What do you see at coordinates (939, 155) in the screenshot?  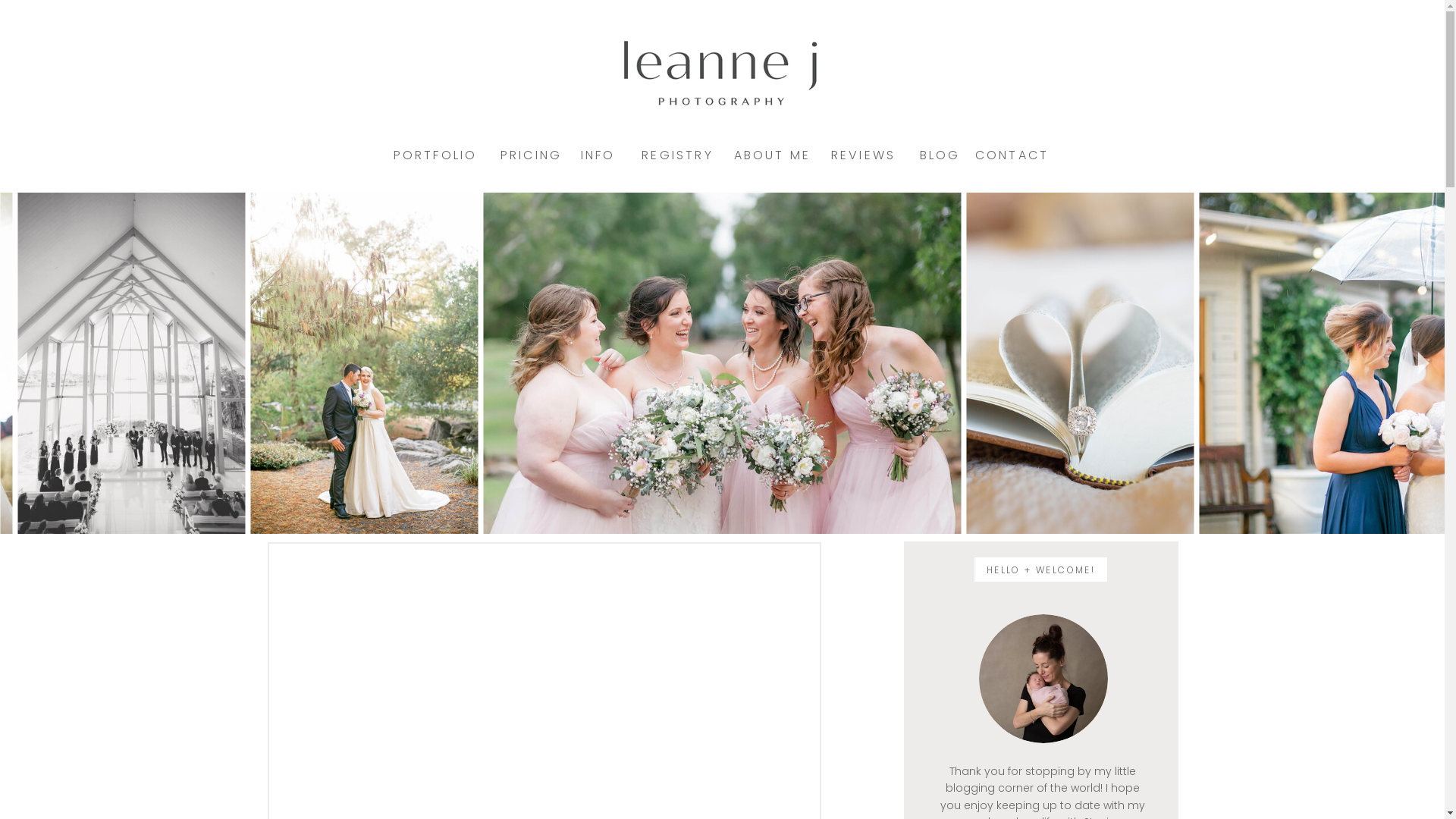 I see `'BLOG'` at bounding box center [939, 155].